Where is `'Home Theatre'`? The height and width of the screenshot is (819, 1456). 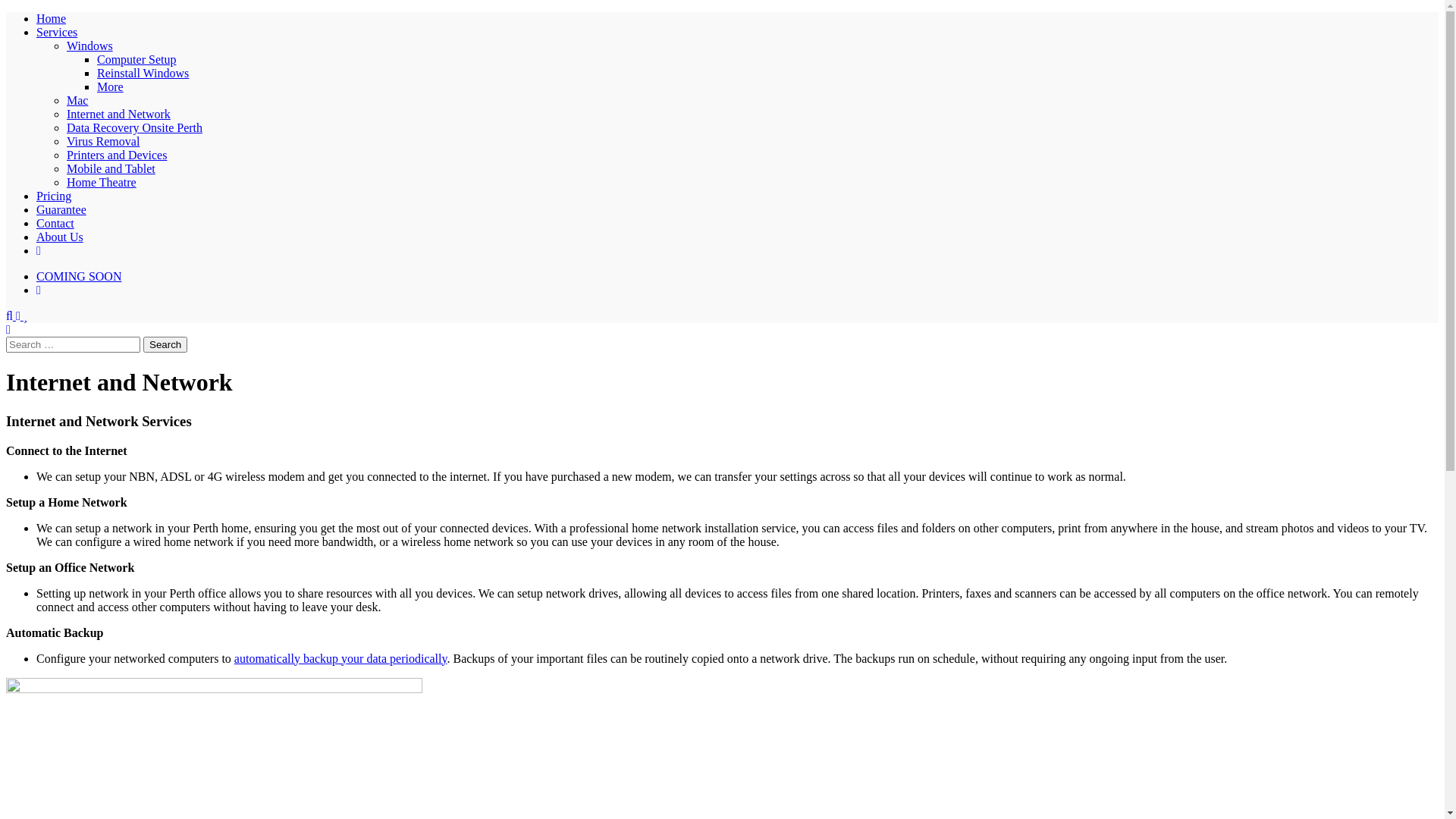 'Home Theatre' is located at coordinates (101, 181).